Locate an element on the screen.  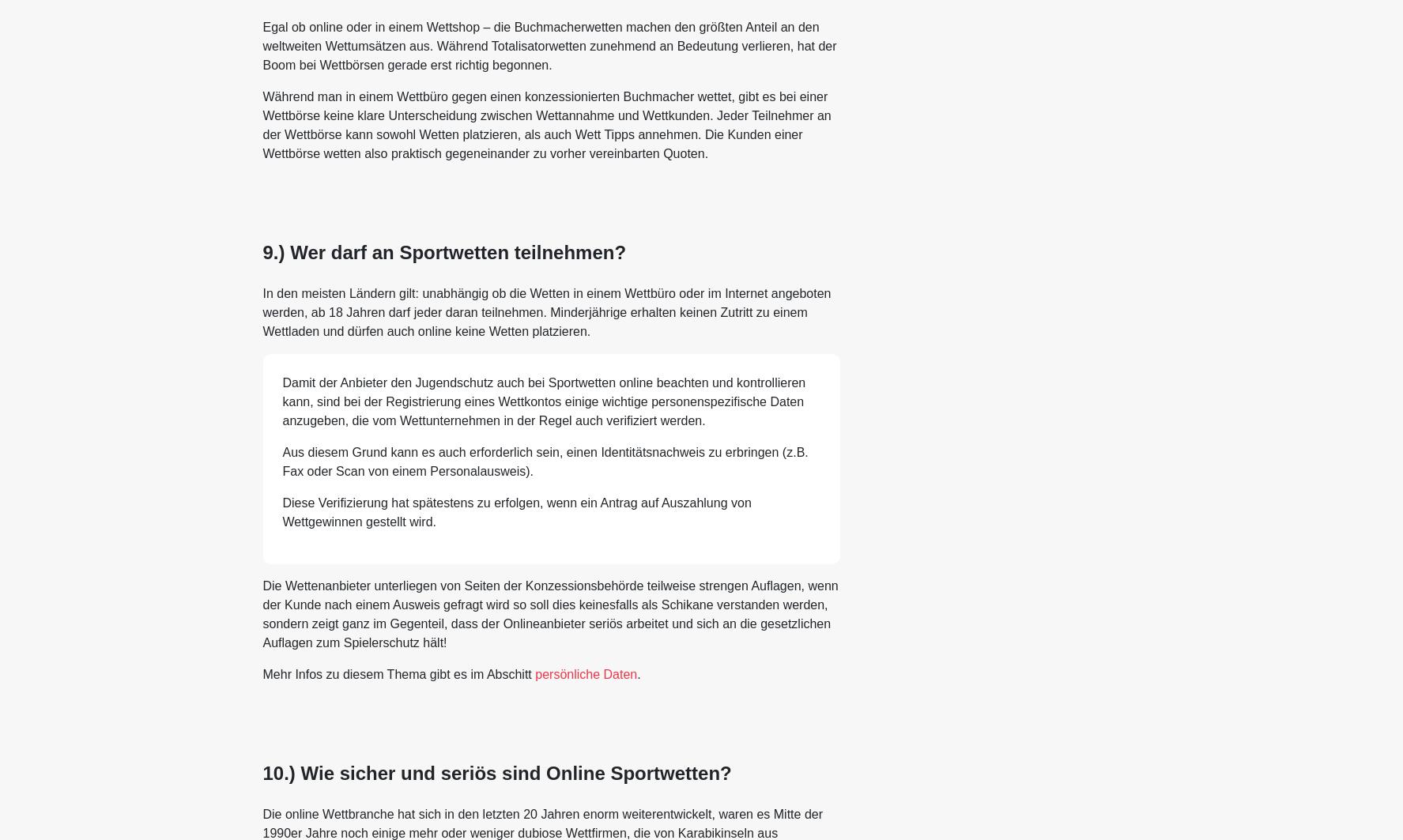
'Die Wettenanbieter unterliegen von Seiten der Konzessionsbehörde teilweise strengen Auflagen, wenn der Kunde nach einem Ausweis gefragt wird so soll dies keinesfalls als Schikane verstanden werden, sondern zeigt ganz im Gegenteil, dass der Onlineanbieter seriös arbeitet und sich an die gesetzlichen Auflagen zum Spielerschutz hält!' is located at coordinates (261, 612).